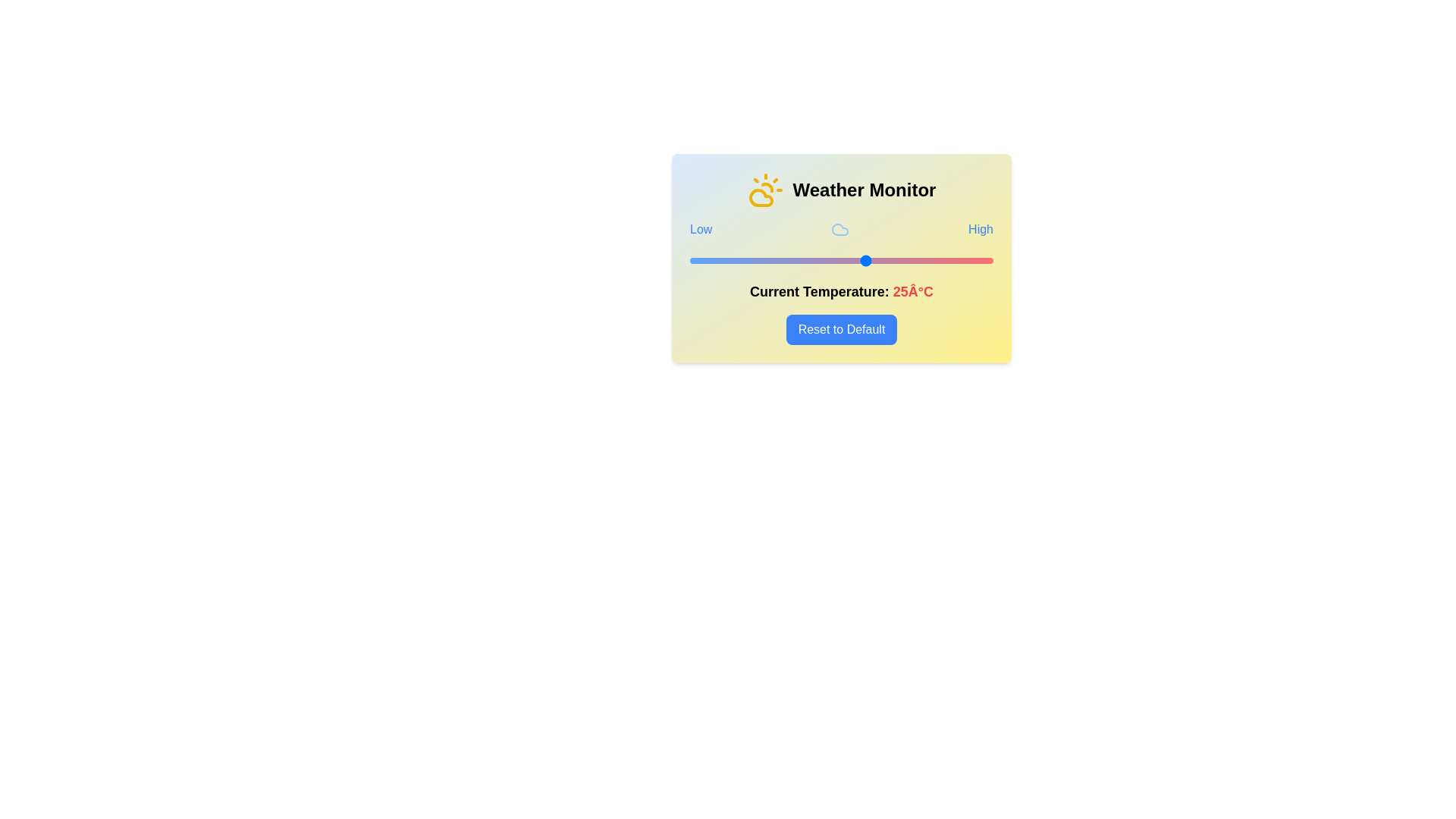  I want to click on the temperature to 23°C using the slider, so click(856, 259).